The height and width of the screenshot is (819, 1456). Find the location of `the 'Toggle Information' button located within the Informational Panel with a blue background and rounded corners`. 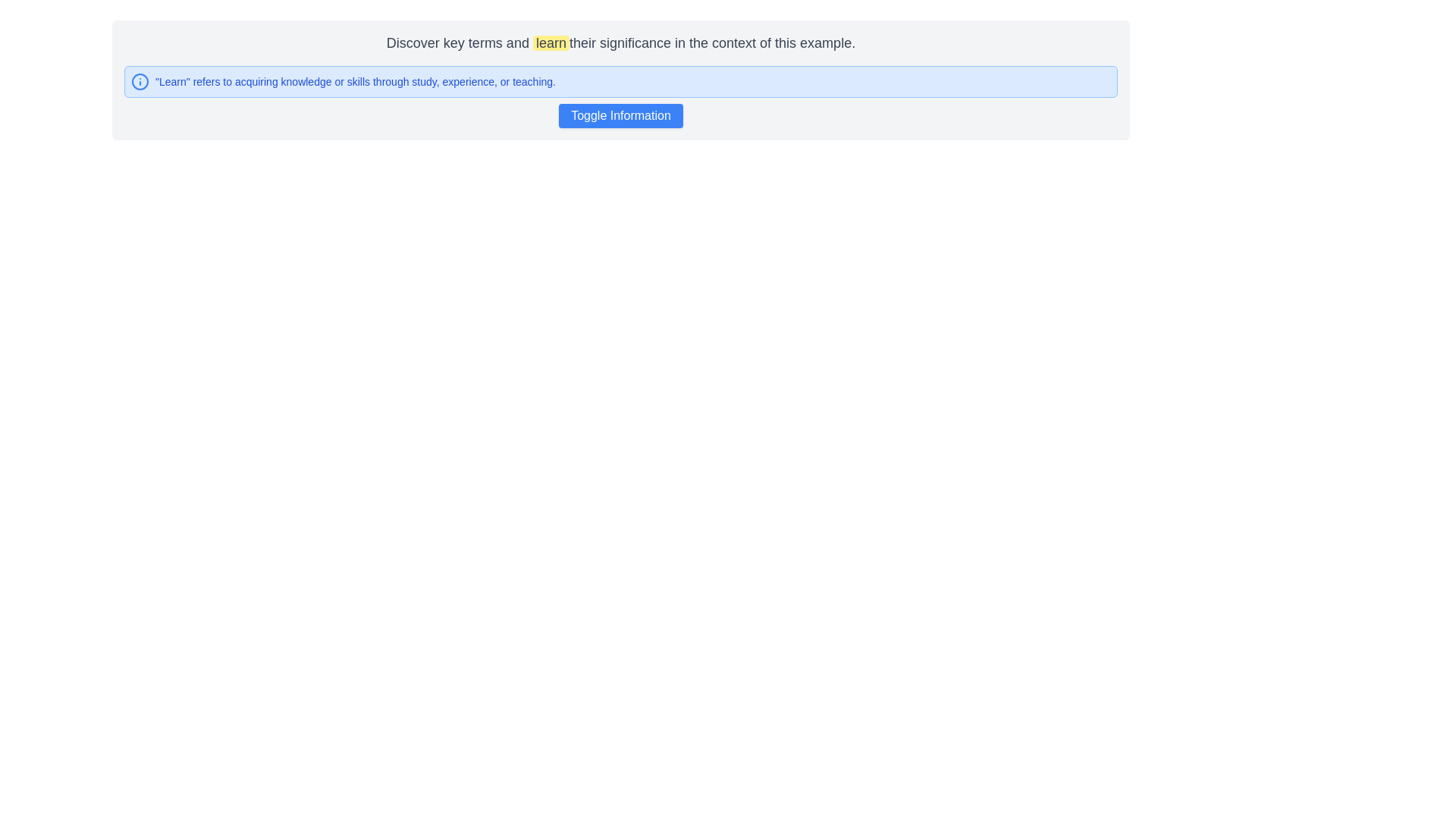

the 'Toggle Information' button located within the Informational Panel with a blue background and rounded corners is located at coordinates (621, 96).